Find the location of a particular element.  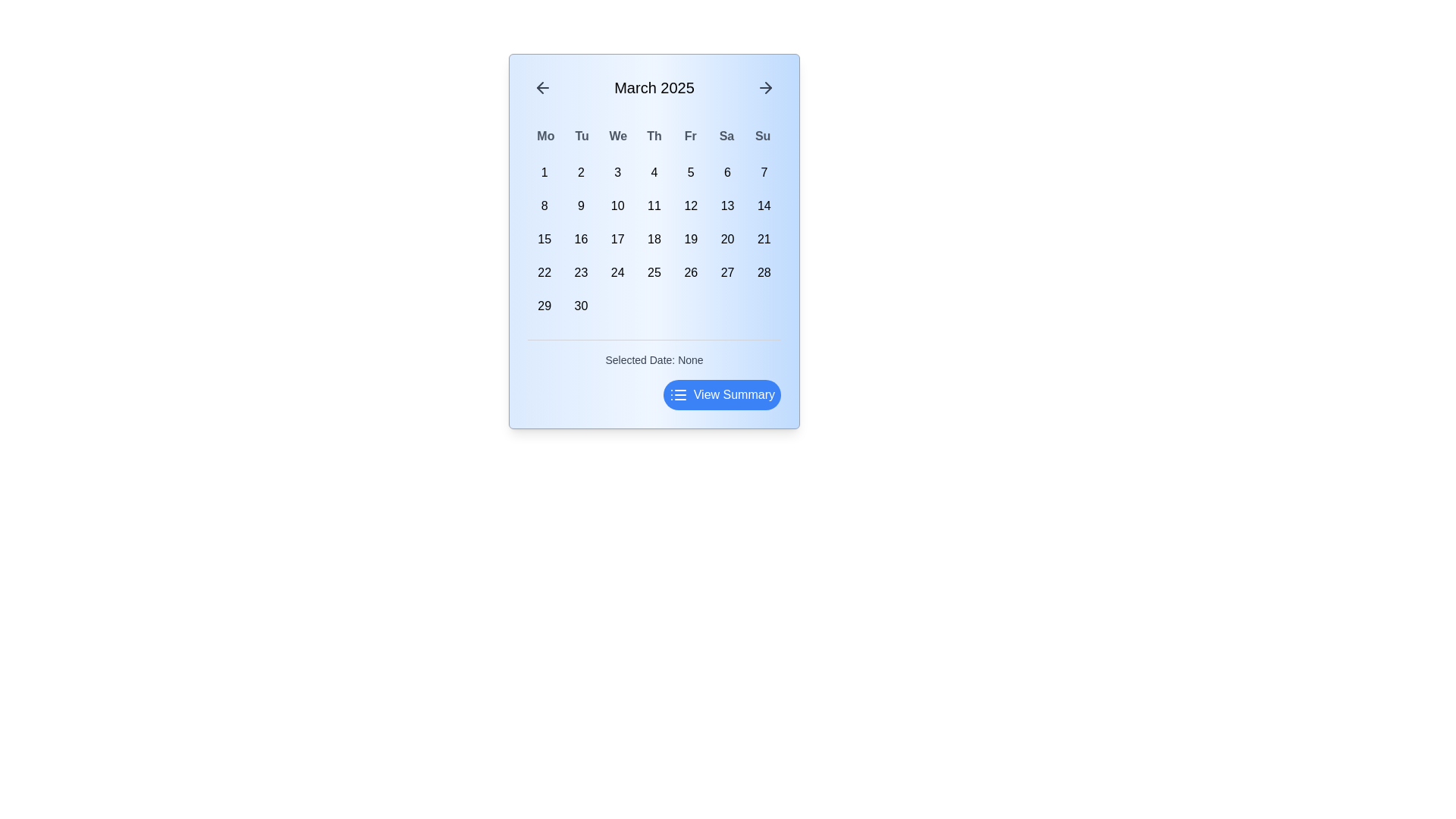

the selectable date button for the 15th day of the month in the calendar interface is located at coordinates (544, 239).